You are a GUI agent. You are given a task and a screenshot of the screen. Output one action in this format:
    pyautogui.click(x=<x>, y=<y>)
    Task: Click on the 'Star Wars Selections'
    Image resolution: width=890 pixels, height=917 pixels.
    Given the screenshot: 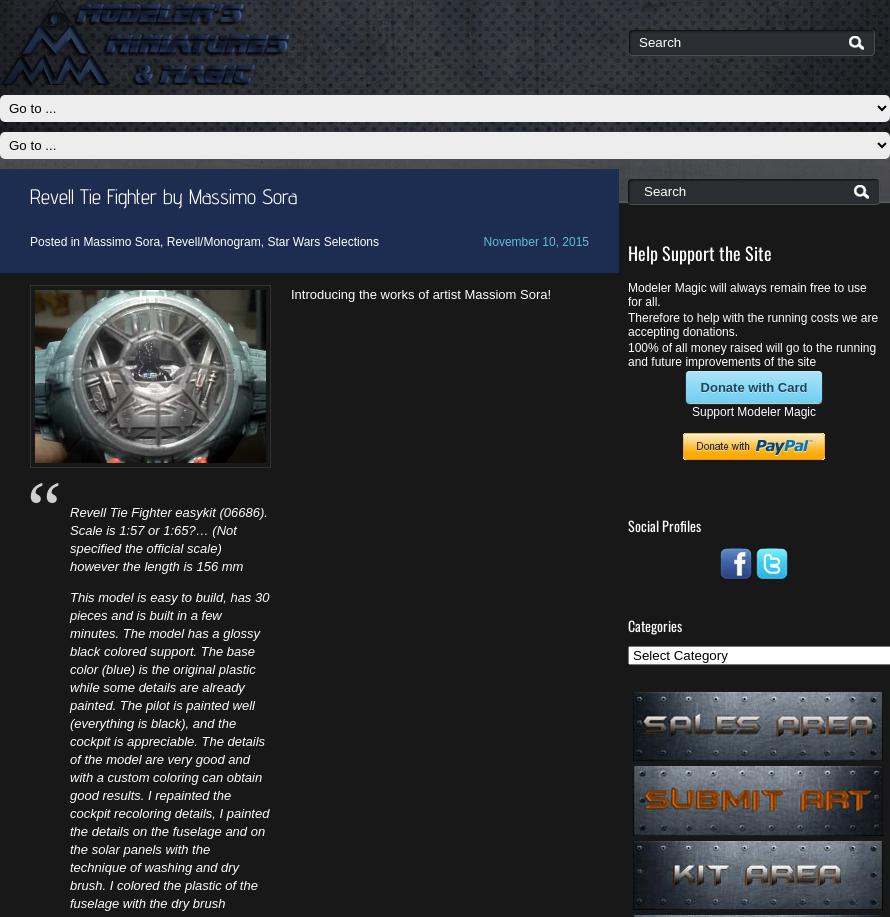 What is the action you would take?
    pyautogui.click(x=322, y=240)
    